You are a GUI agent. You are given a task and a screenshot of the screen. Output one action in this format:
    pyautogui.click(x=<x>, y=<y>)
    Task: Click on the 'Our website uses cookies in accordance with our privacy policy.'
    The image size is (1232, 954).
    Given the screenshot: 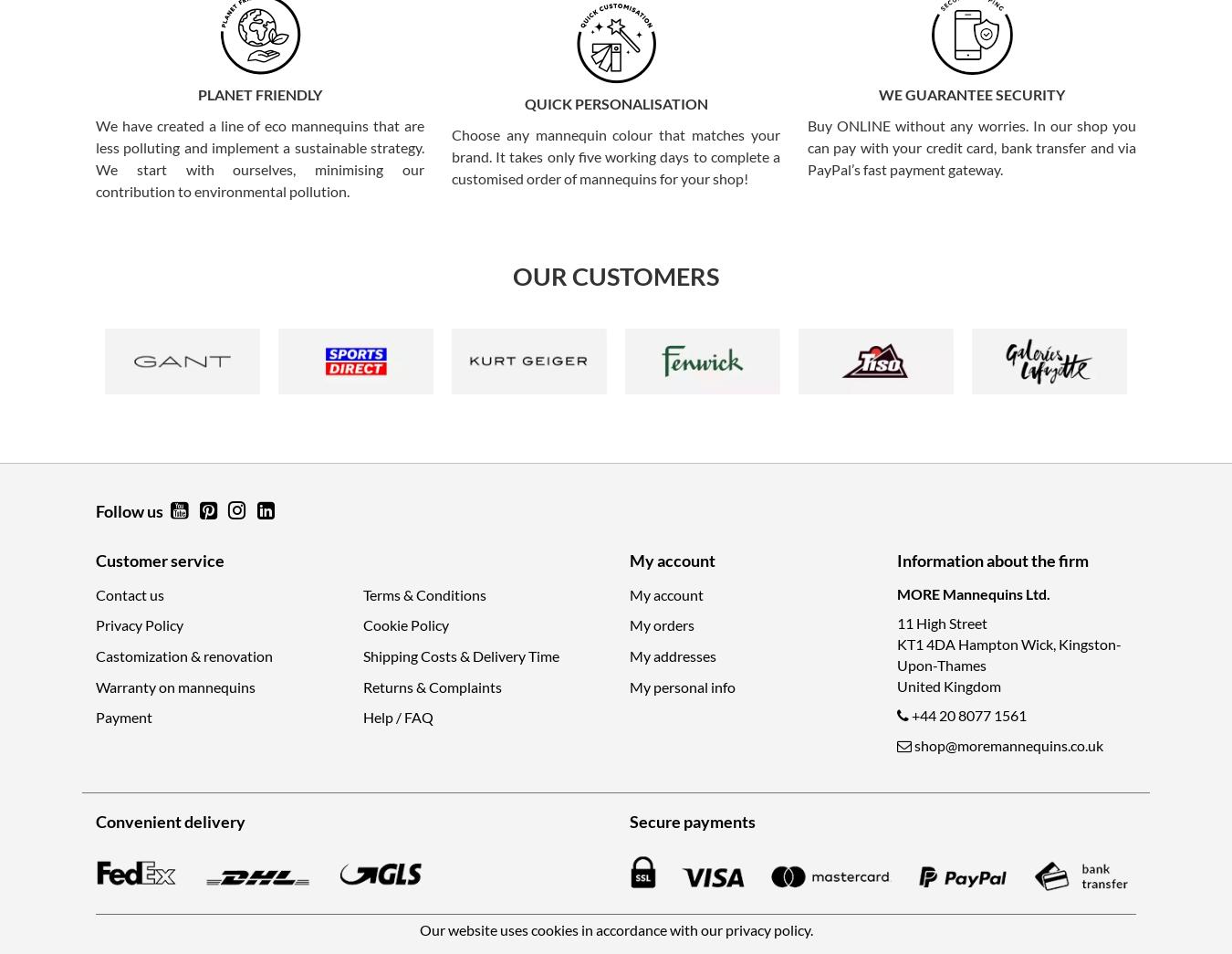 What is the action you would take?
    pyautogui.click(x=418, y=929)
    